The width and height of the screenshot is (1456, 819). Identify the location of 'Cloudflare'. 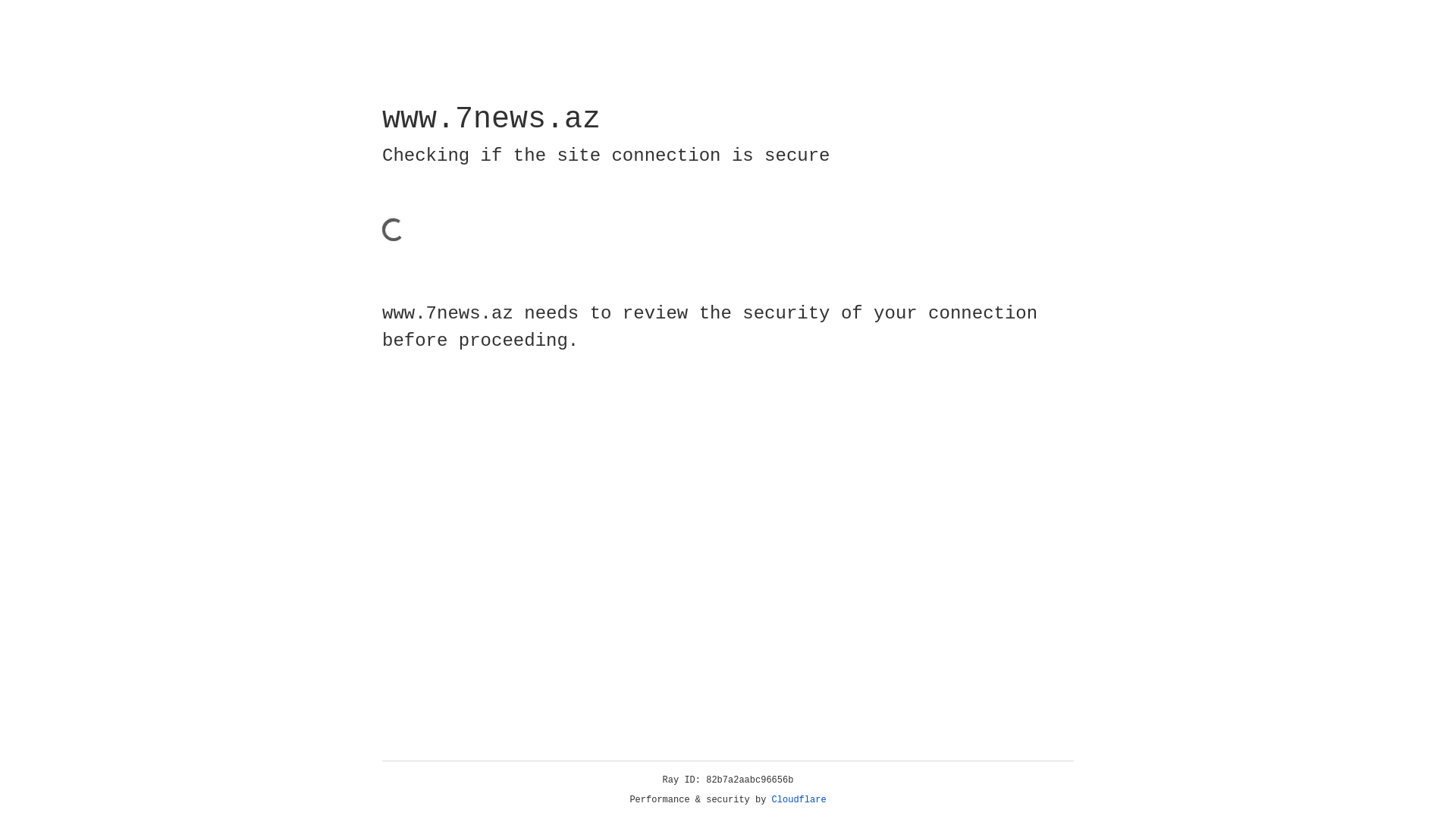
(799, 799).